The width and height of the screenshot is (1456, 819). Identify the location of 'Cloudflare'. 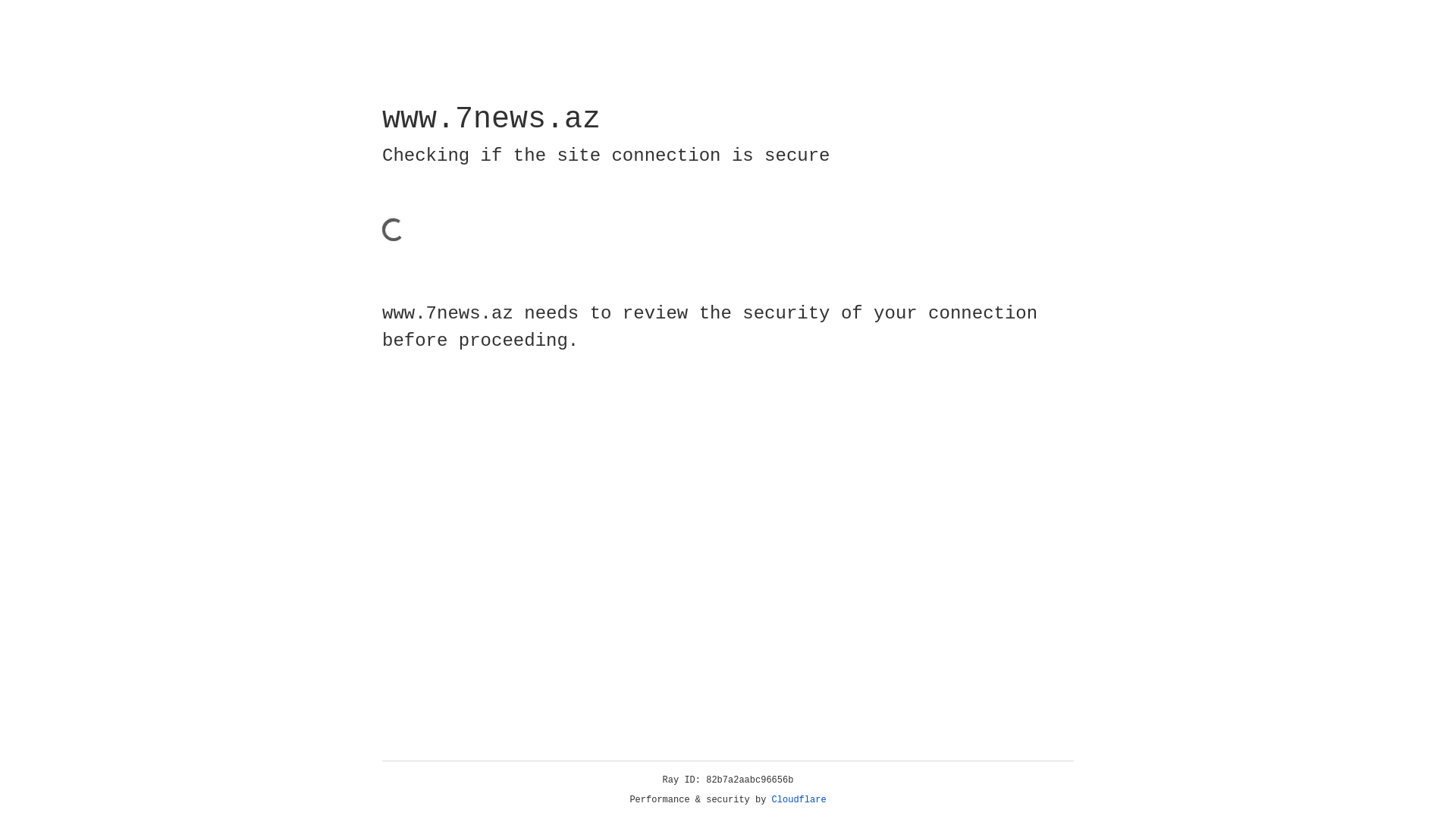
(799, 799).